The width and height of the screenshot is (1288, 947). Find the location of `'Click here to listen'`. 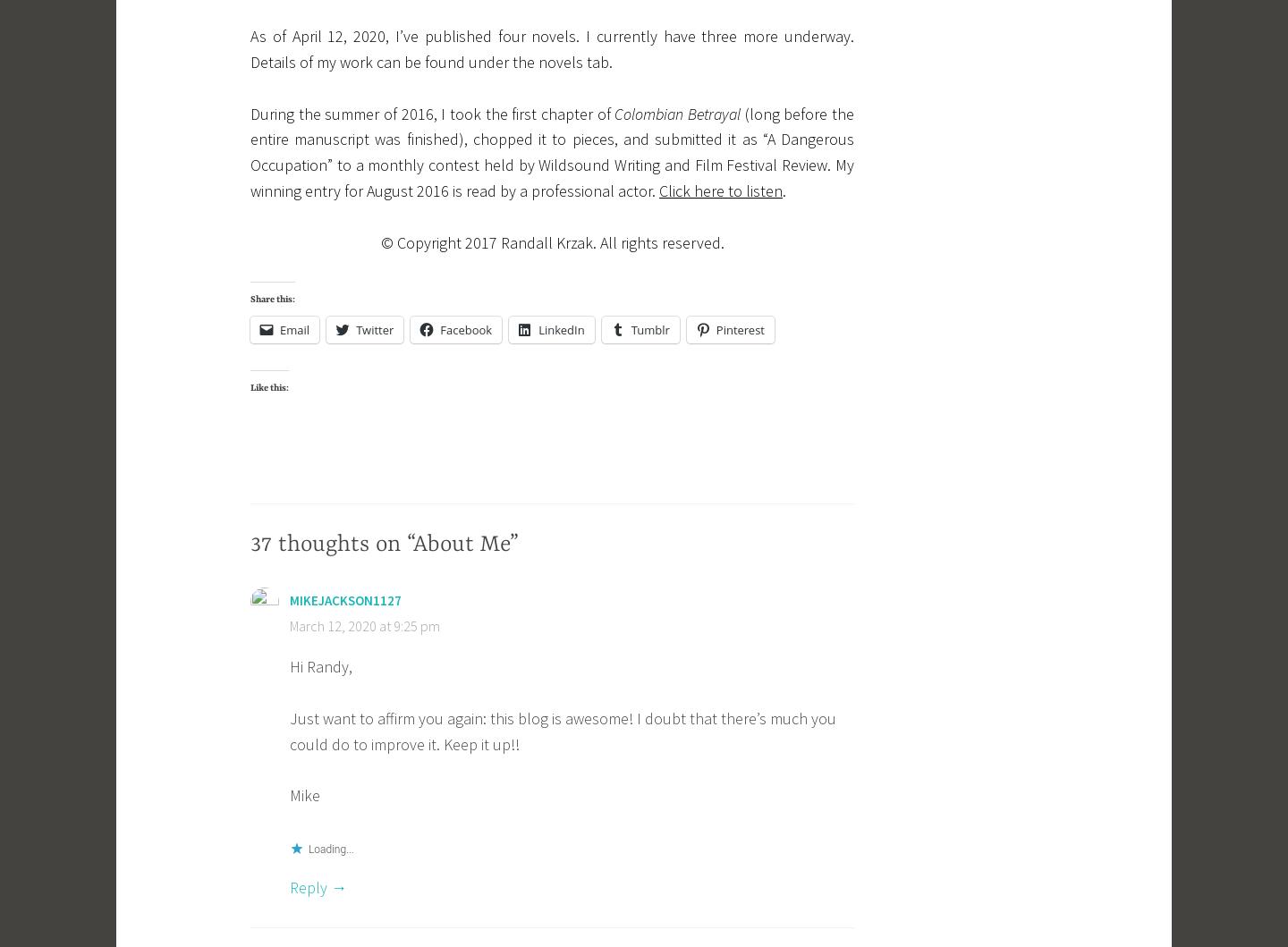

'Click here to listen' is located at coordinates (657, 190).